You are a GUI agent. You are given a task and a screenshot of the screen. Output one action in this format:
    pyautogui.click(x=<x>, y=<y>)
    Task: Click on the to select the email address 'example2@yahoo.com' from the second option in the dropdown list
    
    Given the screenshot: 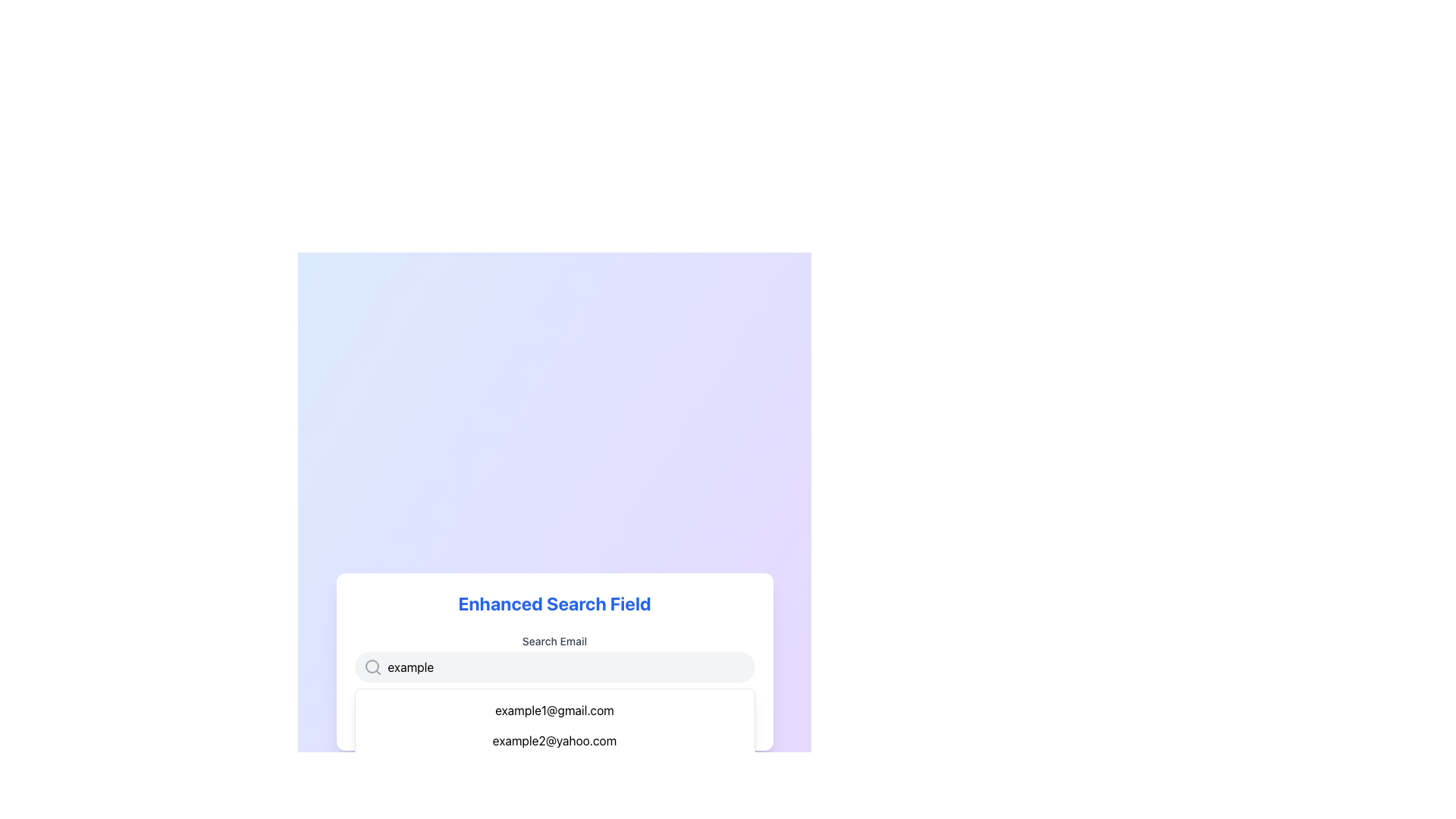 What is the action you would take?
    pyautogui.click(x=554, y=740)
    